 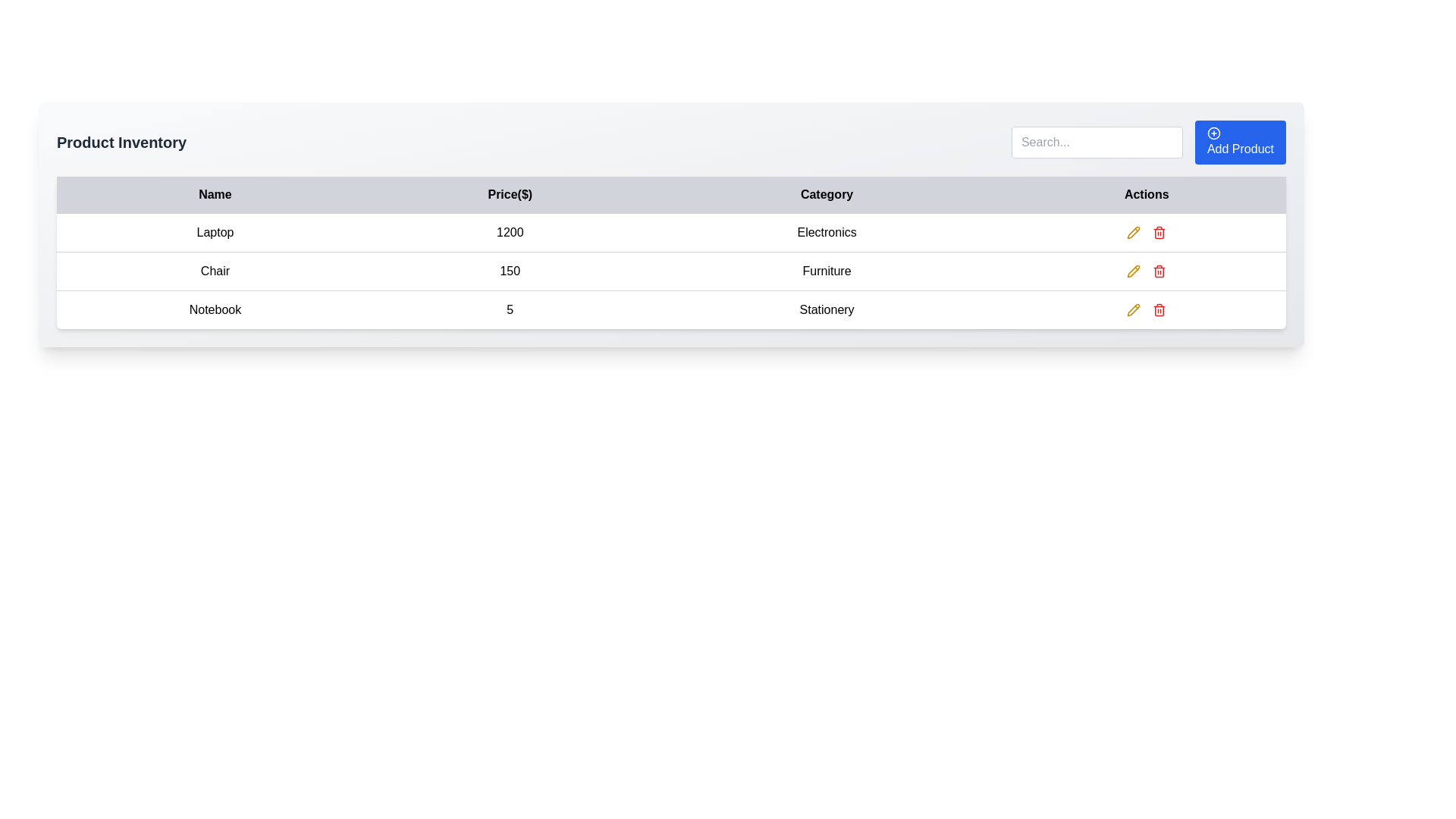 I want to click on the 'Furniture' category label in the table, so click(x=826, y=271).